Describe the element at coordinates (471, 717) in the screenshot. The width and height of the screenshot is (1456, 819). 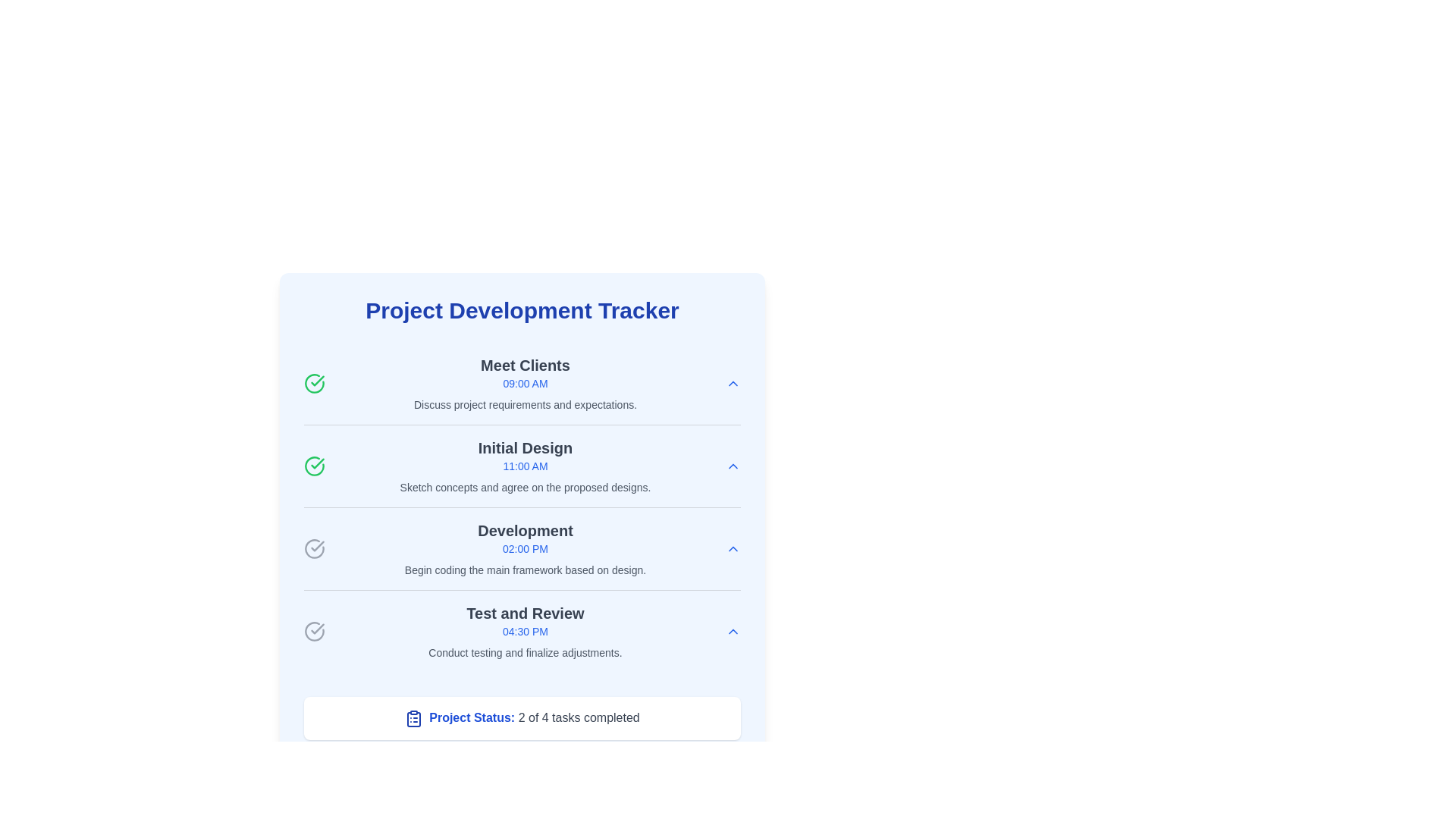
I see `the Text label that introduces the project's progress status, positioned before the text '2 of 4 tasks completed' and aligned with the clipboard icon at the bottom of the card` at that location.